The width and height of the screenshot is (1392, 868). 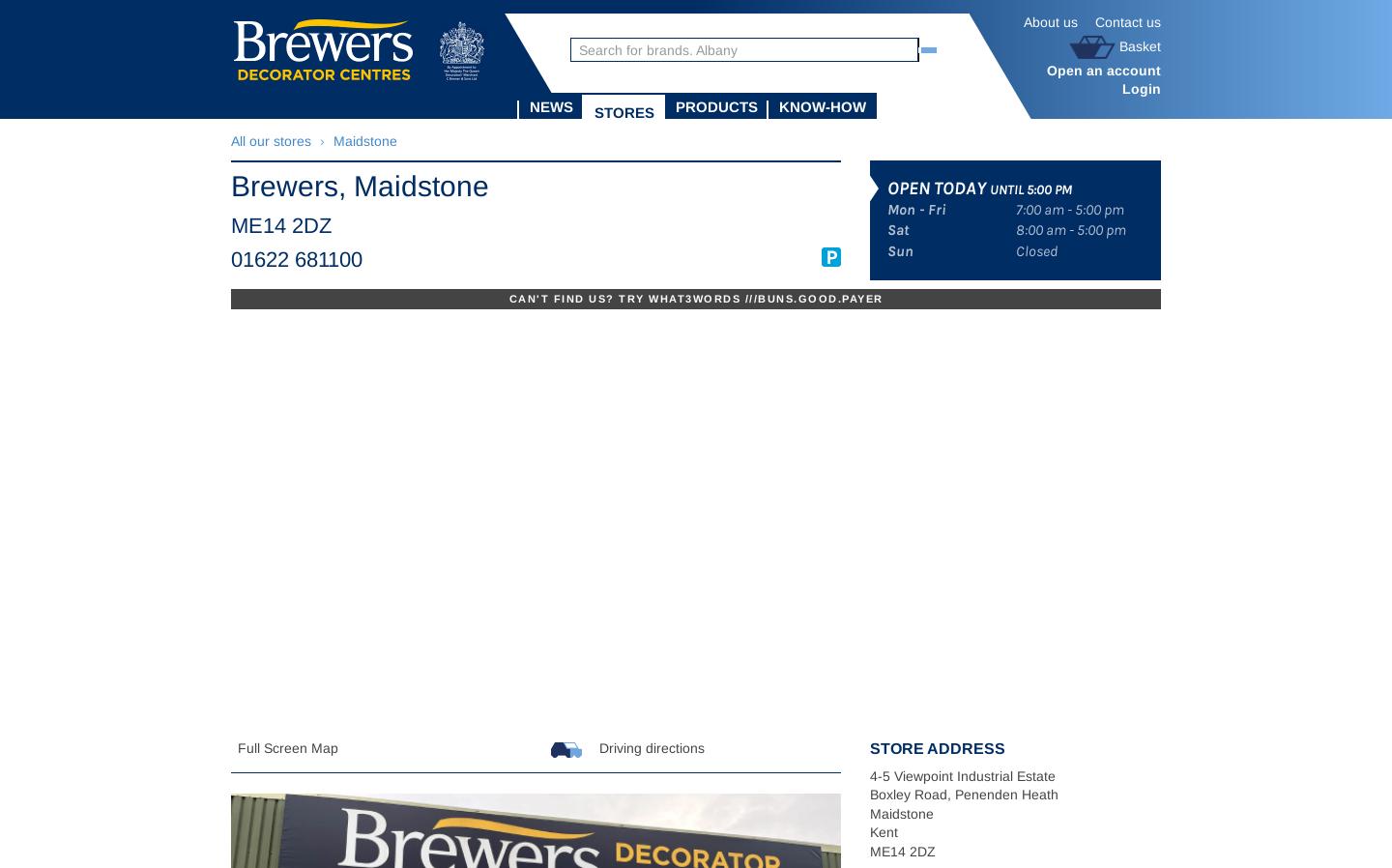 I want to click on 'Basket', so click(x=1118, y=43).